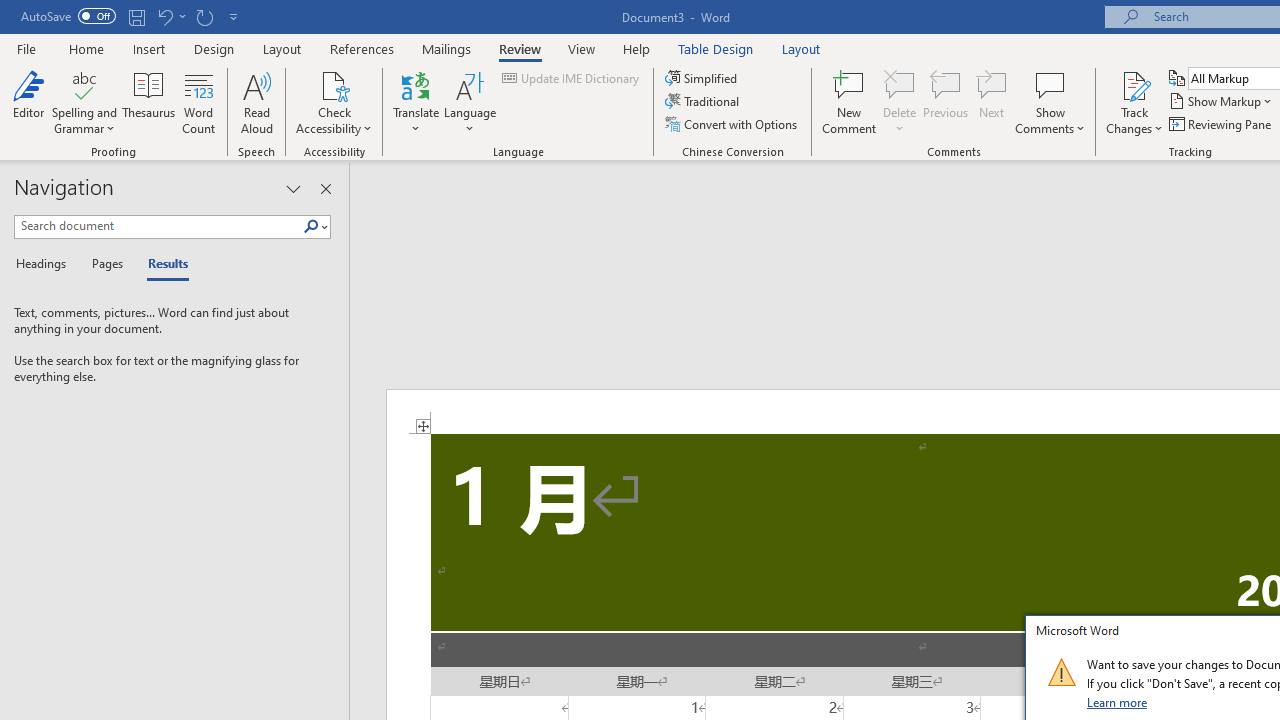 Image resolution: width=1280 pixels, height=720 pixels. Describe the element at coordinates (255, 103) in the screenshot. I see `'Read Aloud'` at that location.